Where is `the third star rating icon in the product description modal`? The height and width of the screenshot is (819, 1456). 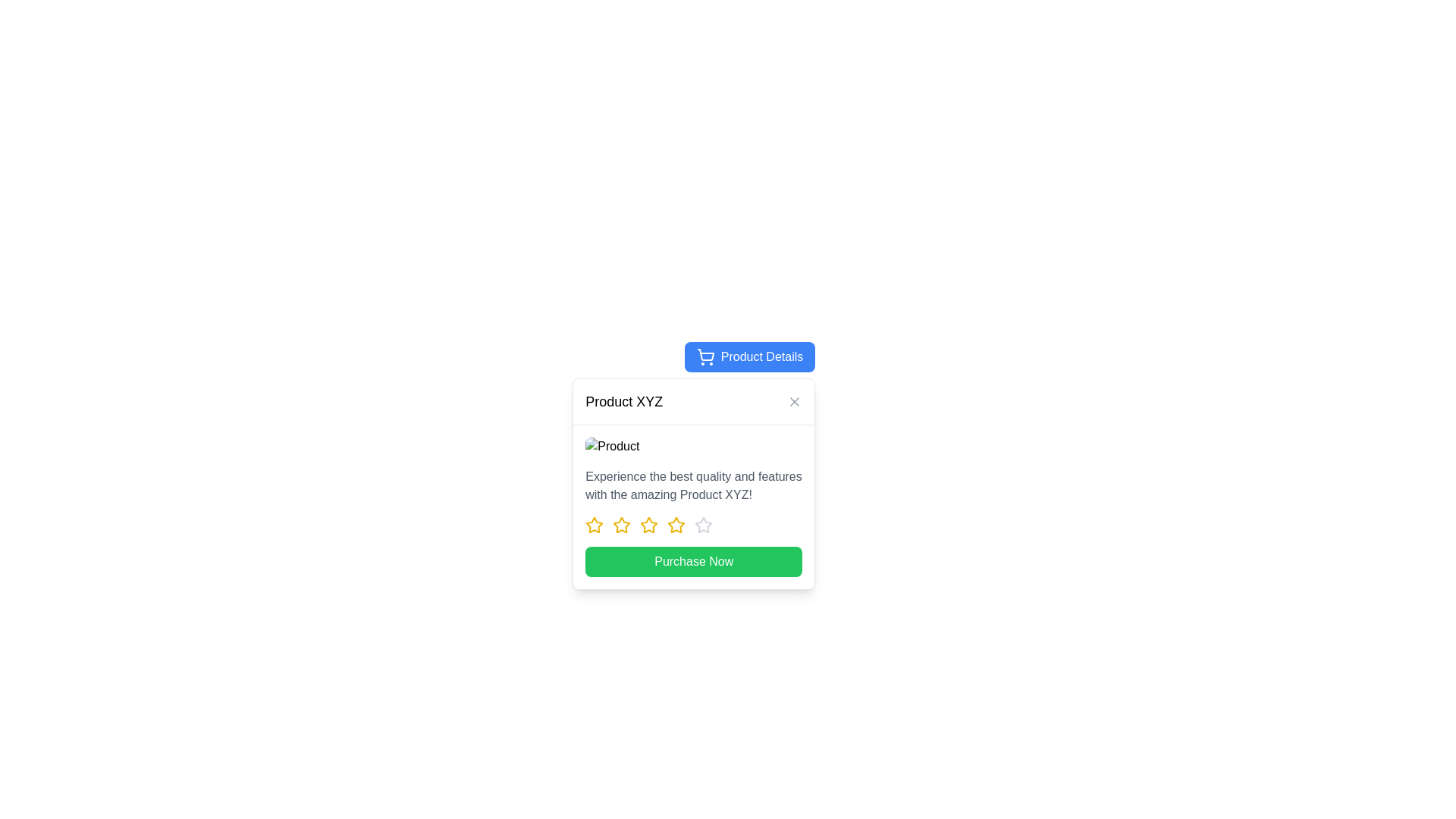
the third star rating icon in the product description modal is located at coordinates (649, 524).